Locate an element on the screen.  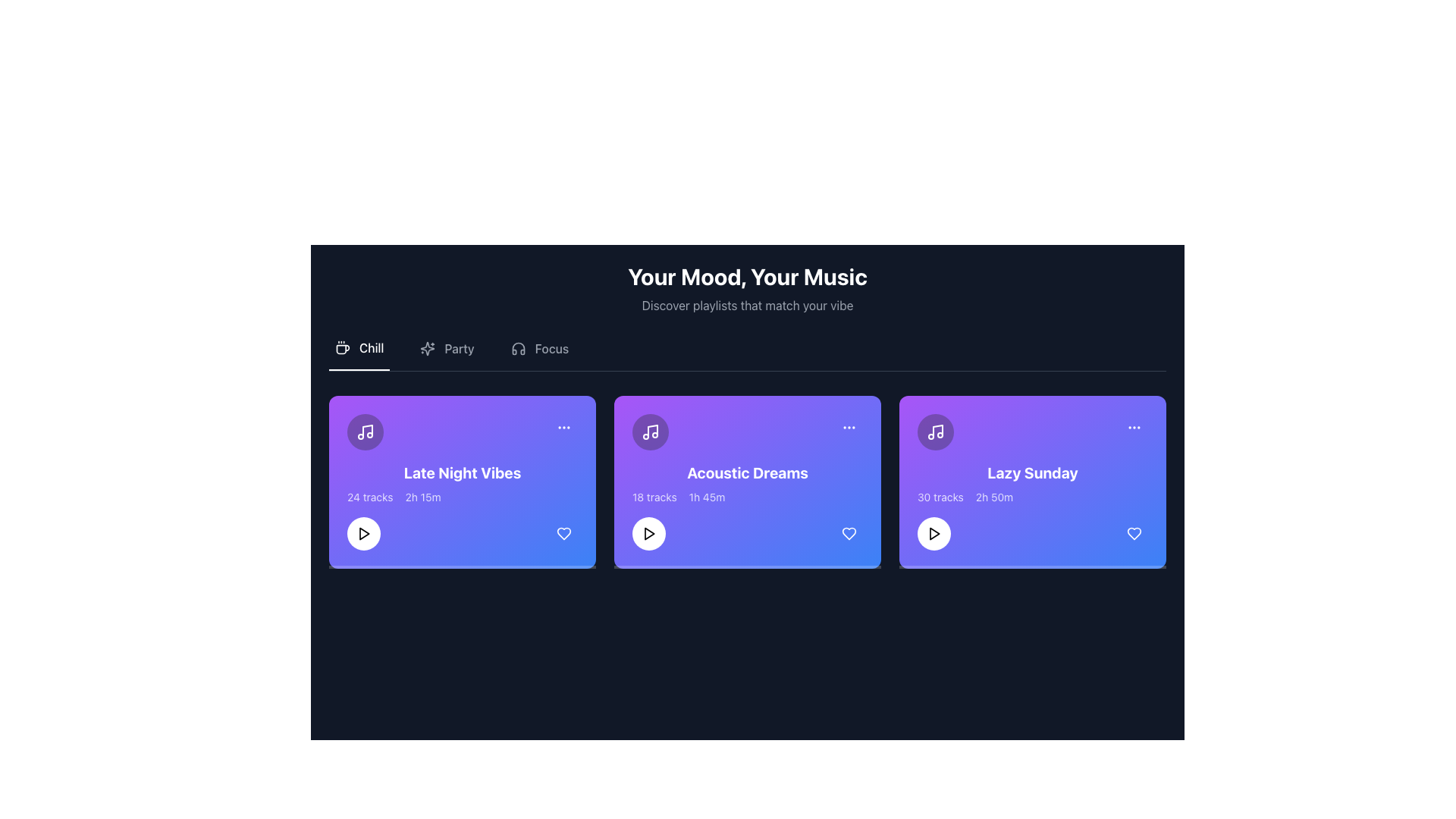
the text element with the title 'Your Mood, Your Music' and subtitle 'Discover playlists that match your vibe' to trigger any tooltip effect is located at coordinates (747, 289).